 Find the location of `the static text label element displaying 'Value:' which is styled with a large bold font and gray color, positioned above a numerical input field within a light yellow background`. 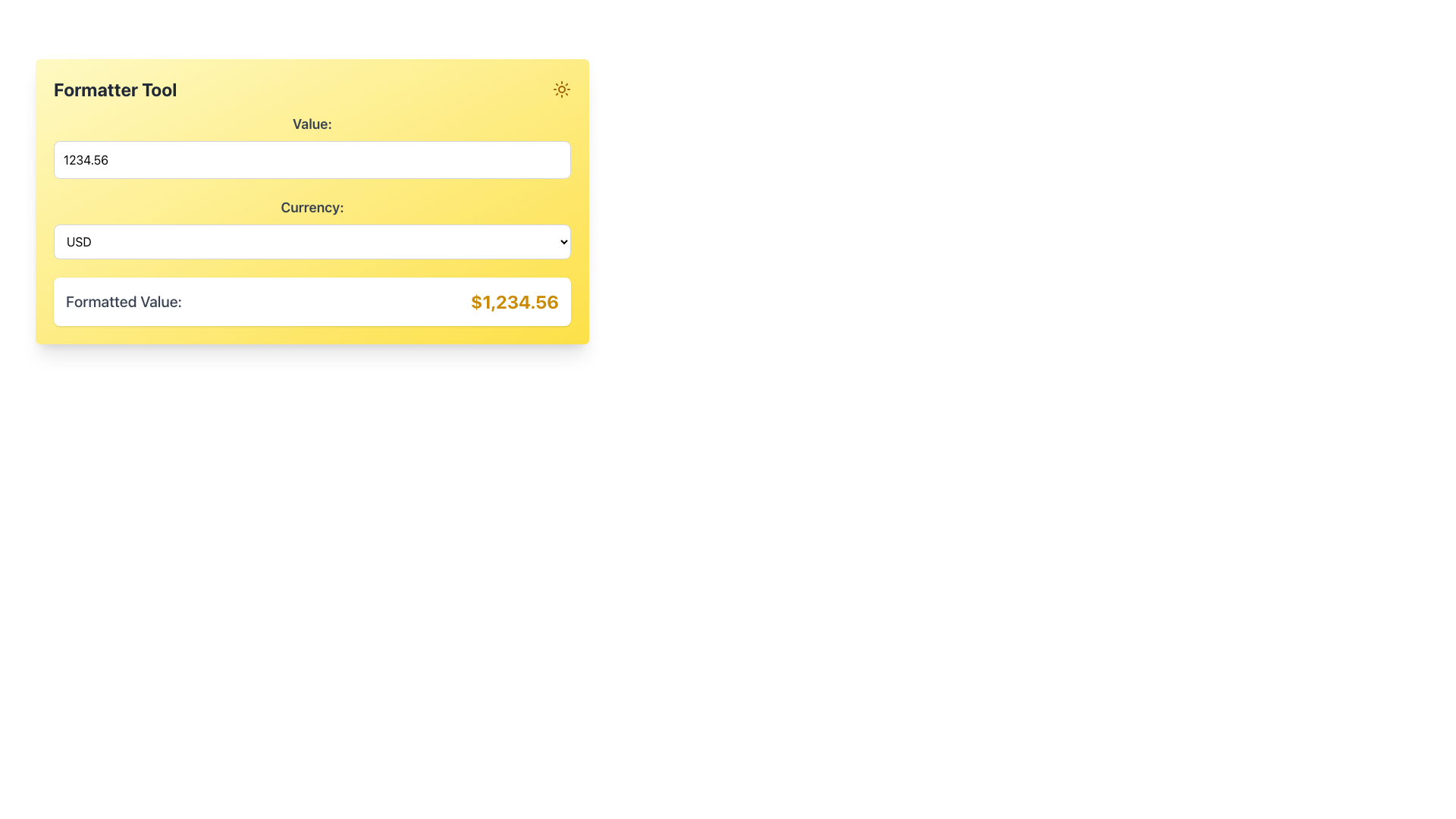

the static text label element displaying 'Value:' which is styled with a large bold font and gray color, positioned above a numerical input field within a light yellow background is located at coordinates (312, 124).